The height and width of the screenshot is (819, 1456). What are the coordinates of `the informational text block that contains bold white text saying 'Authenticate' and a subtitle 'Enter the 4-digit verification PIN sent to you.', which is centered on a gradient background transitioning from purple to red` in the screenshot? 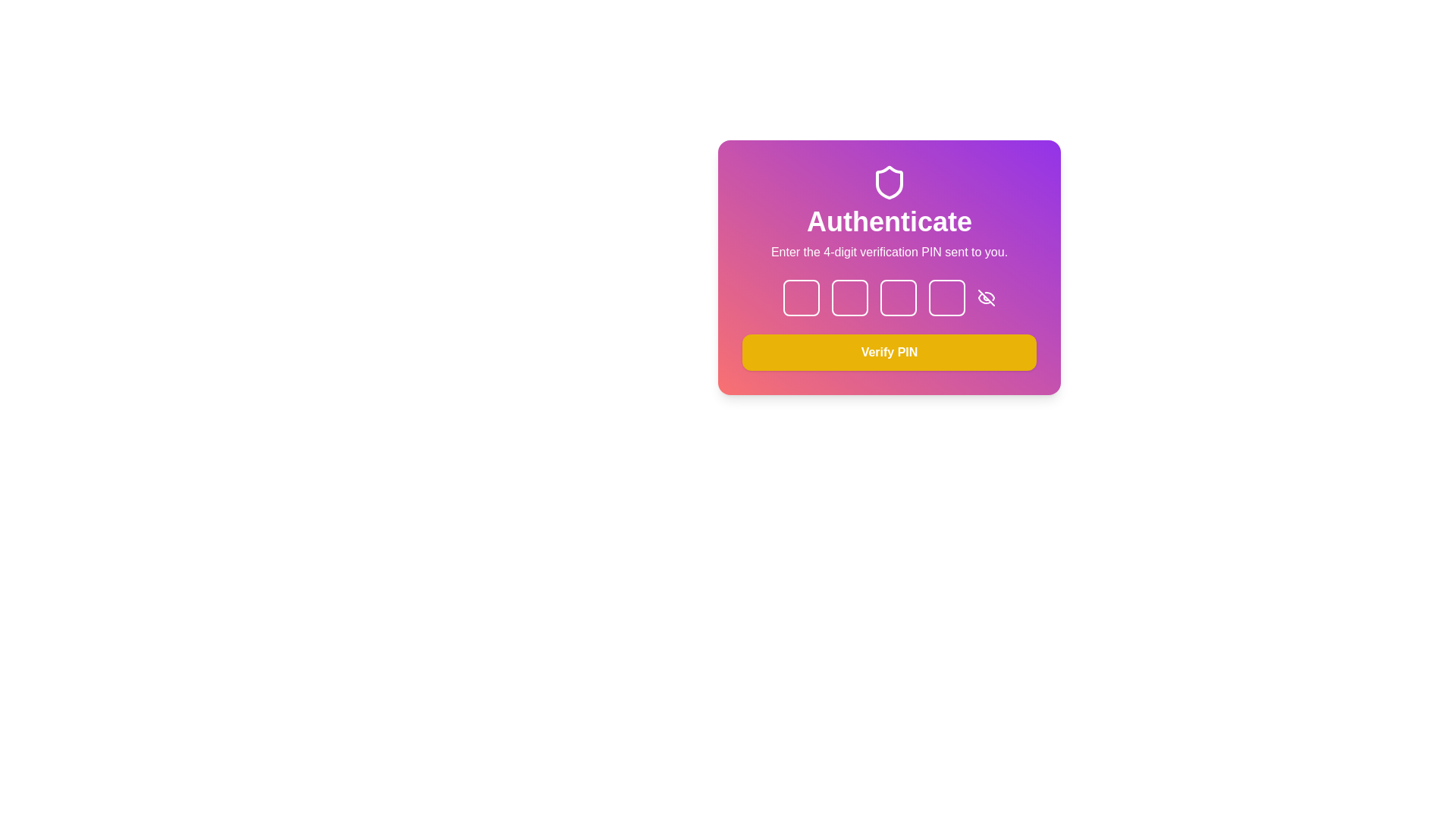 It's located at (889, 213).